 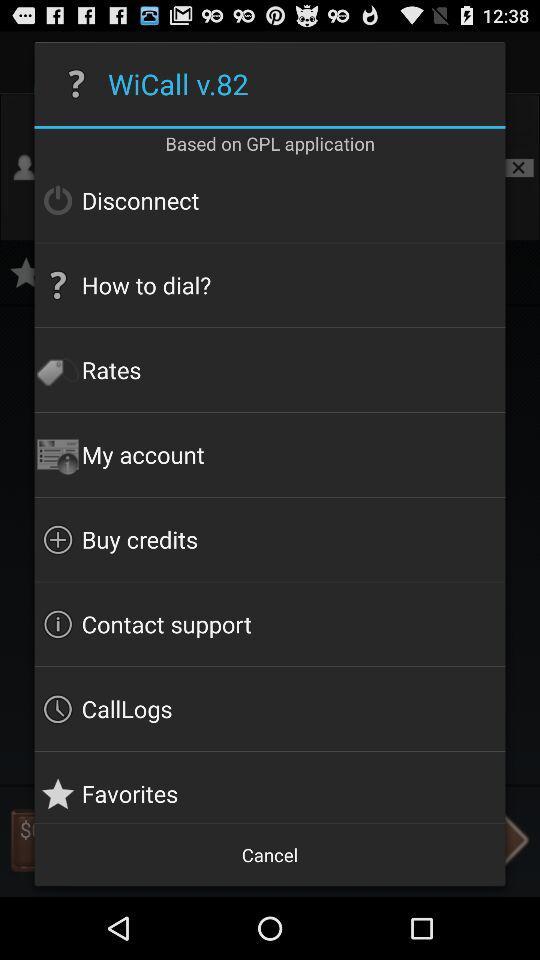 I want to click on the how to dial? icon, so click(x=270, y=284).